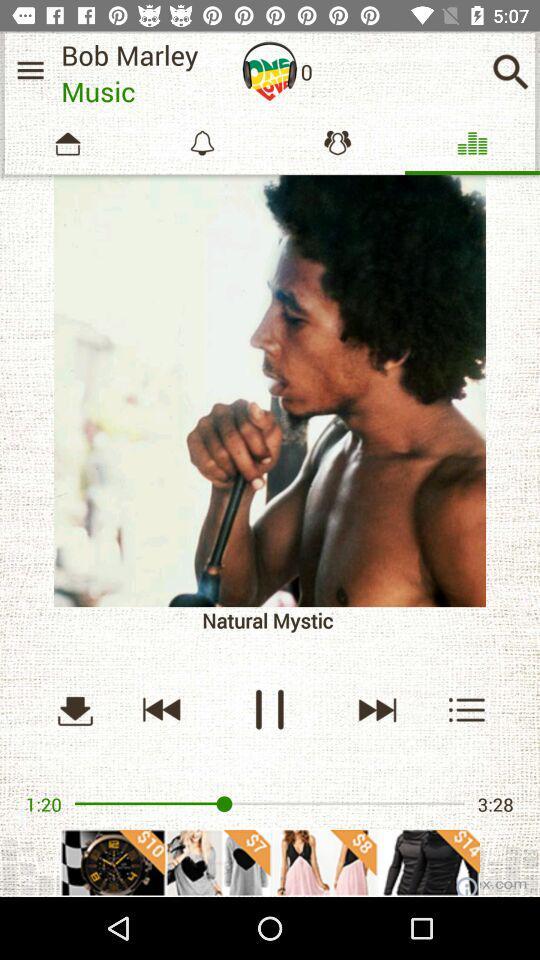 The width and height of the screenshot is (540, 960). Describe the element at coordinates (510, 71) in the screenshot. I see `search option` at that location.